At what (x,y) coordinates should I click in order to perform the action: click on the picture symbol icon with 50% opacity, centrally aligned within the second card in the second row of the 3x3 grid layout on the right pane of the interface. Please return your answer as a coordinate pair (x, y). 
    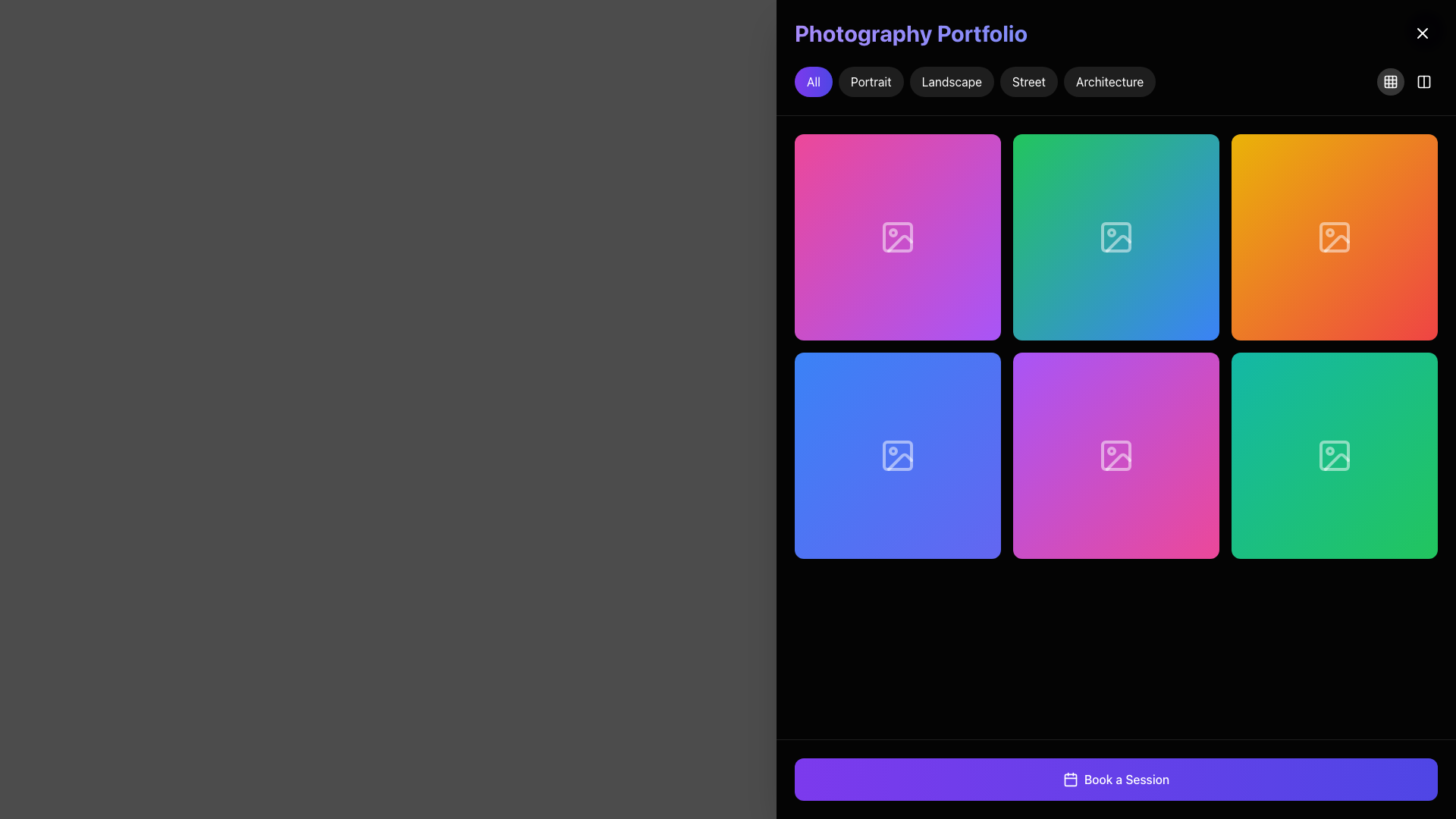
    Looking at the image, I should click on (898, 455).